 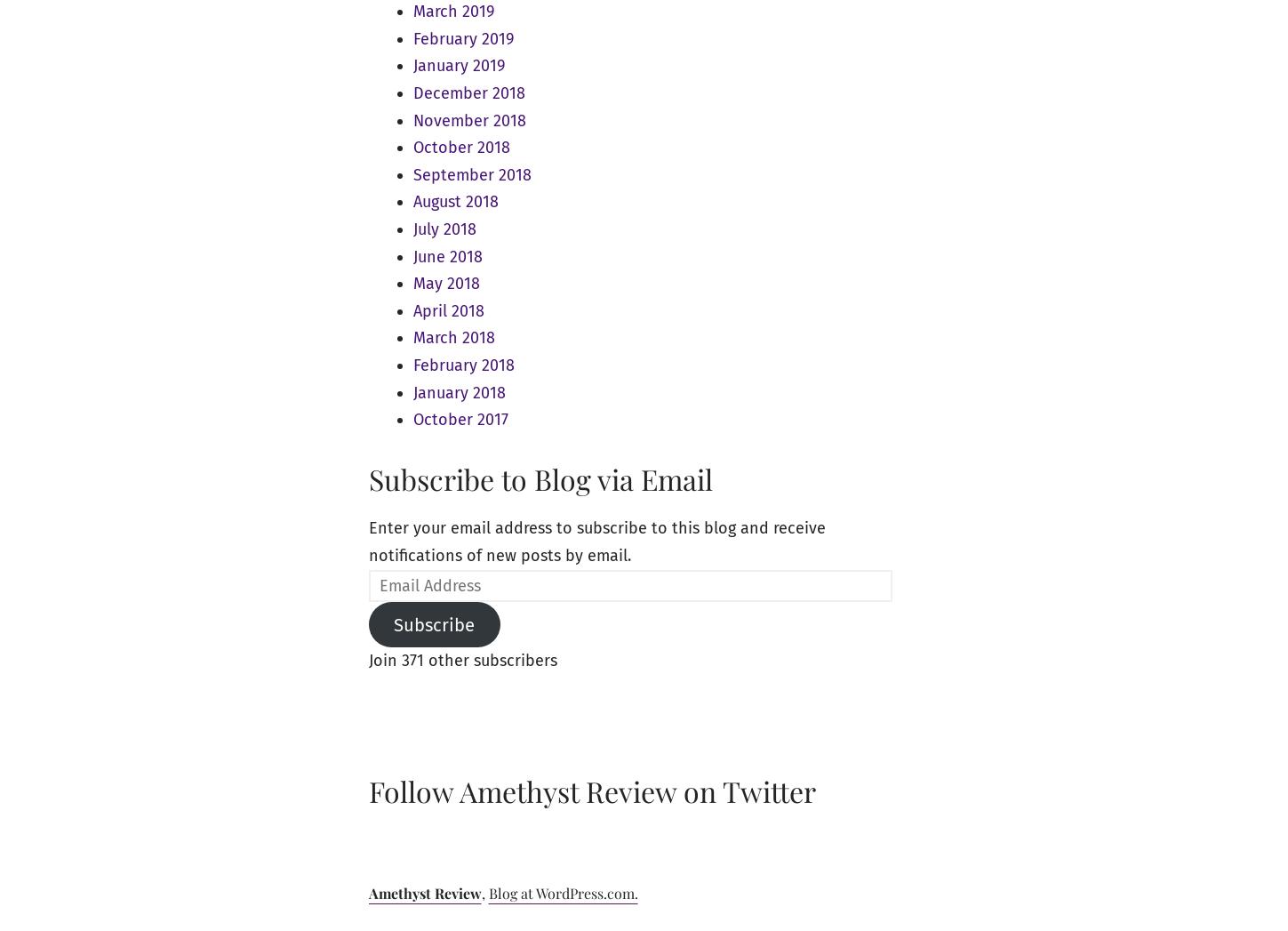 I want to click on 'June 2018', so click(x=446, y=255).